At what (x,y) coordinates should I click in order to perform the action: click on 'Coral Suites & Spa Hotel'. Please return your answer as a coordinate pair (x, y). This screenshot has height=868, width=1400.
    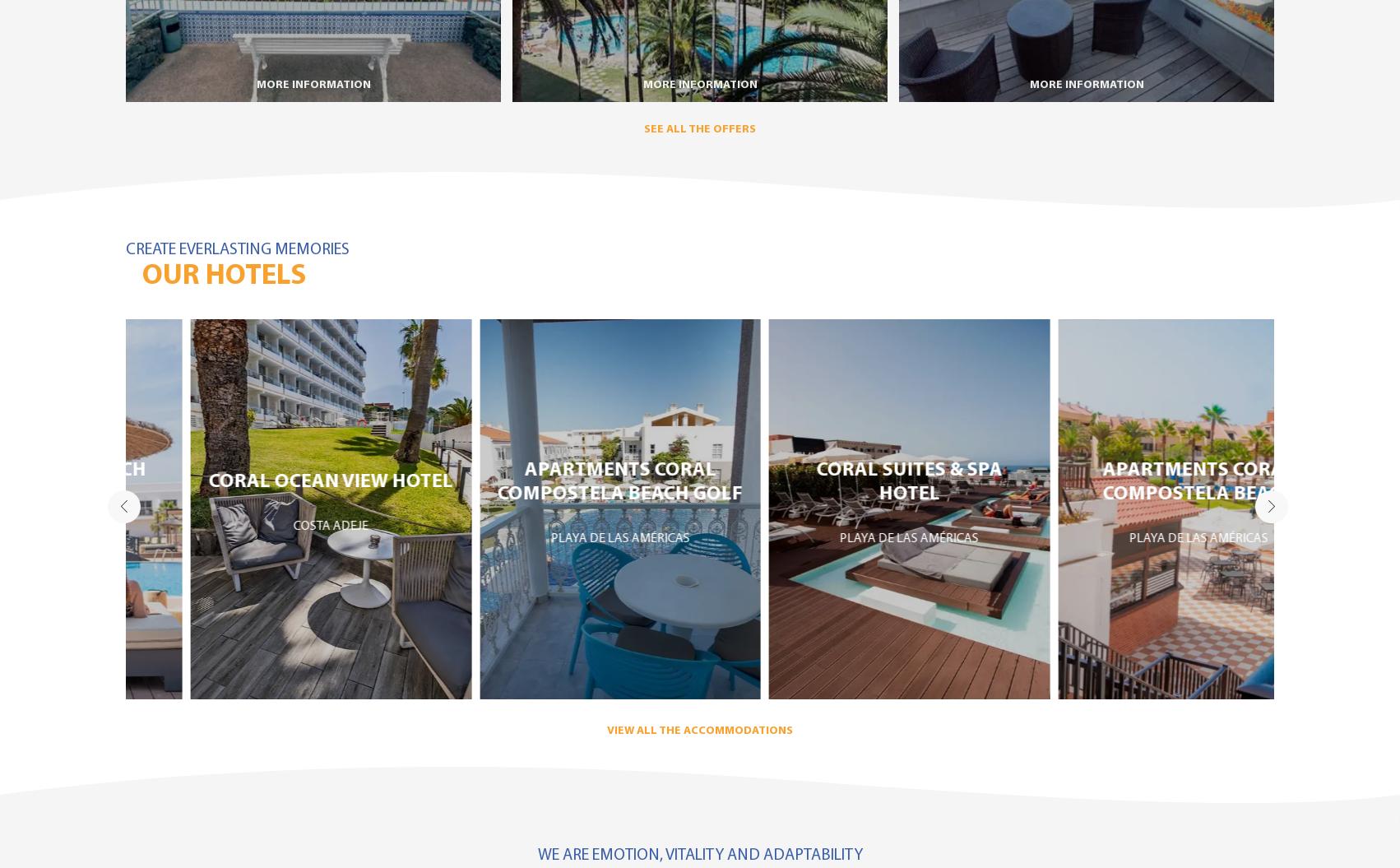
    Looking at the image, I should click on (842, 480).